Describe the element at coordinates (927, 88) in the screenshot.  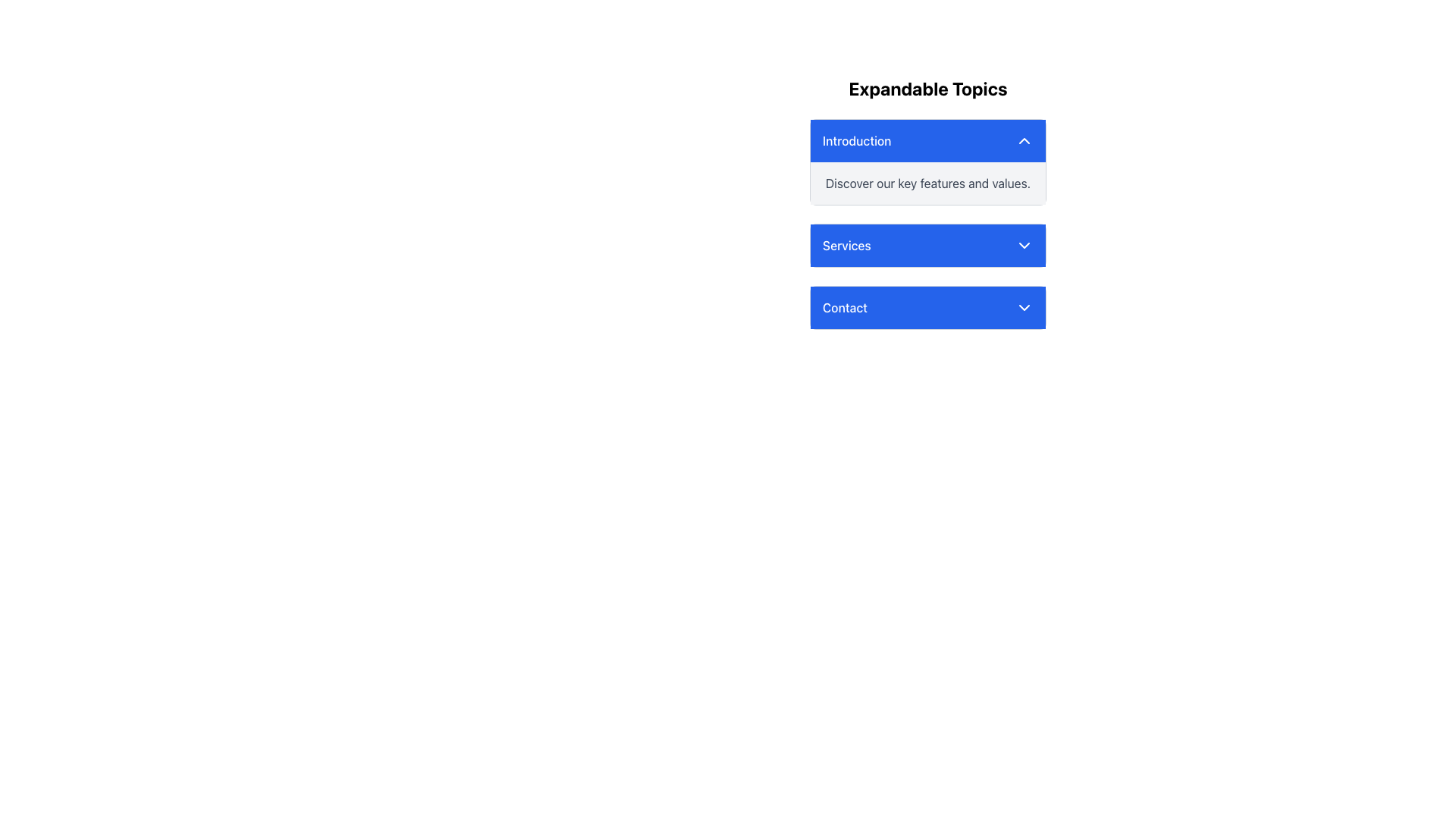
I see `the text display element that prominently shows 'Expandable Topics', styled with bold and enlarged font, located at the top of the content area` at that location.